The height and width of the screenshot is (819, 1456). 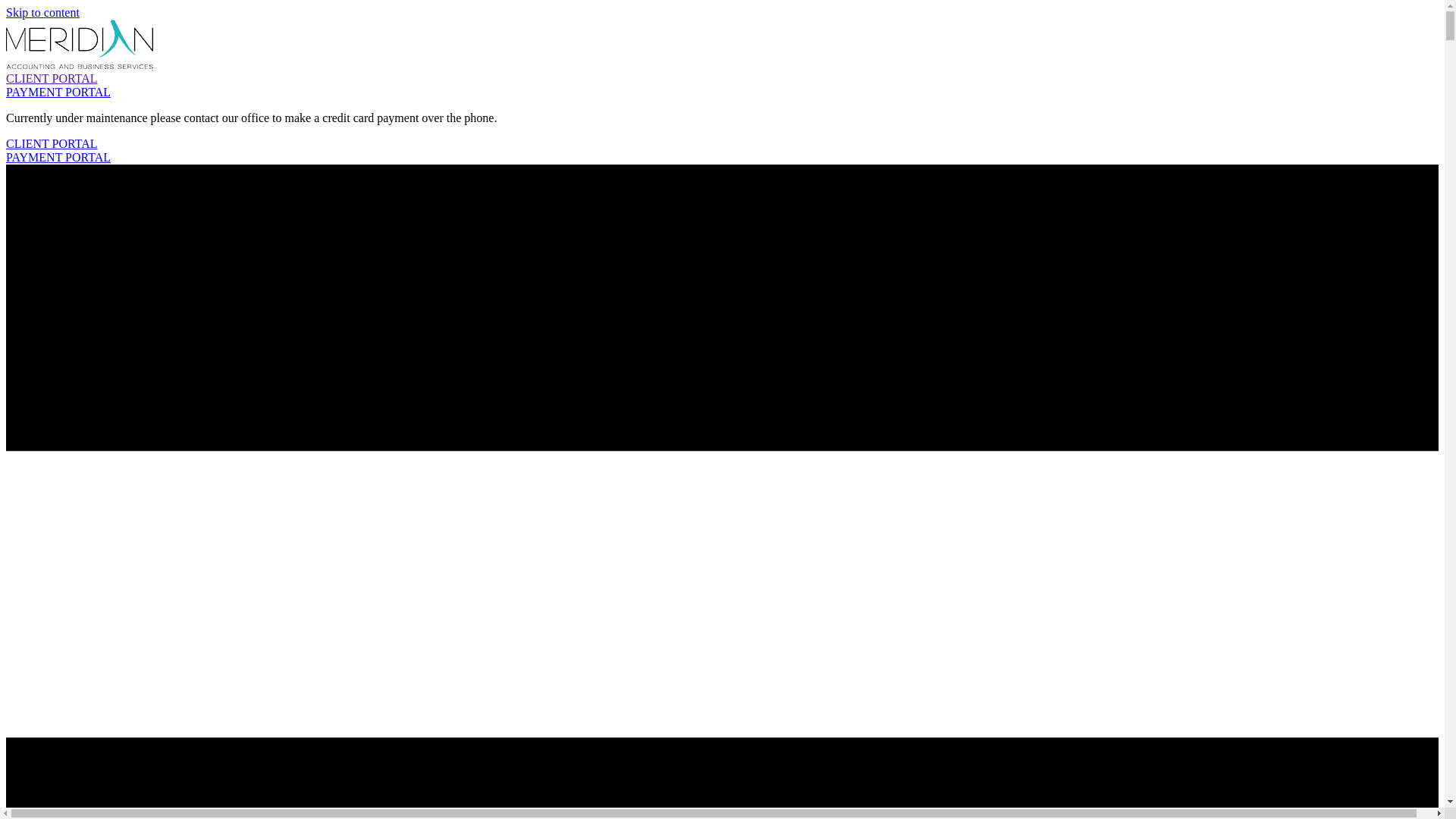 I want to click on 'CLIENT PORTAL', so click(x=52, y=143).